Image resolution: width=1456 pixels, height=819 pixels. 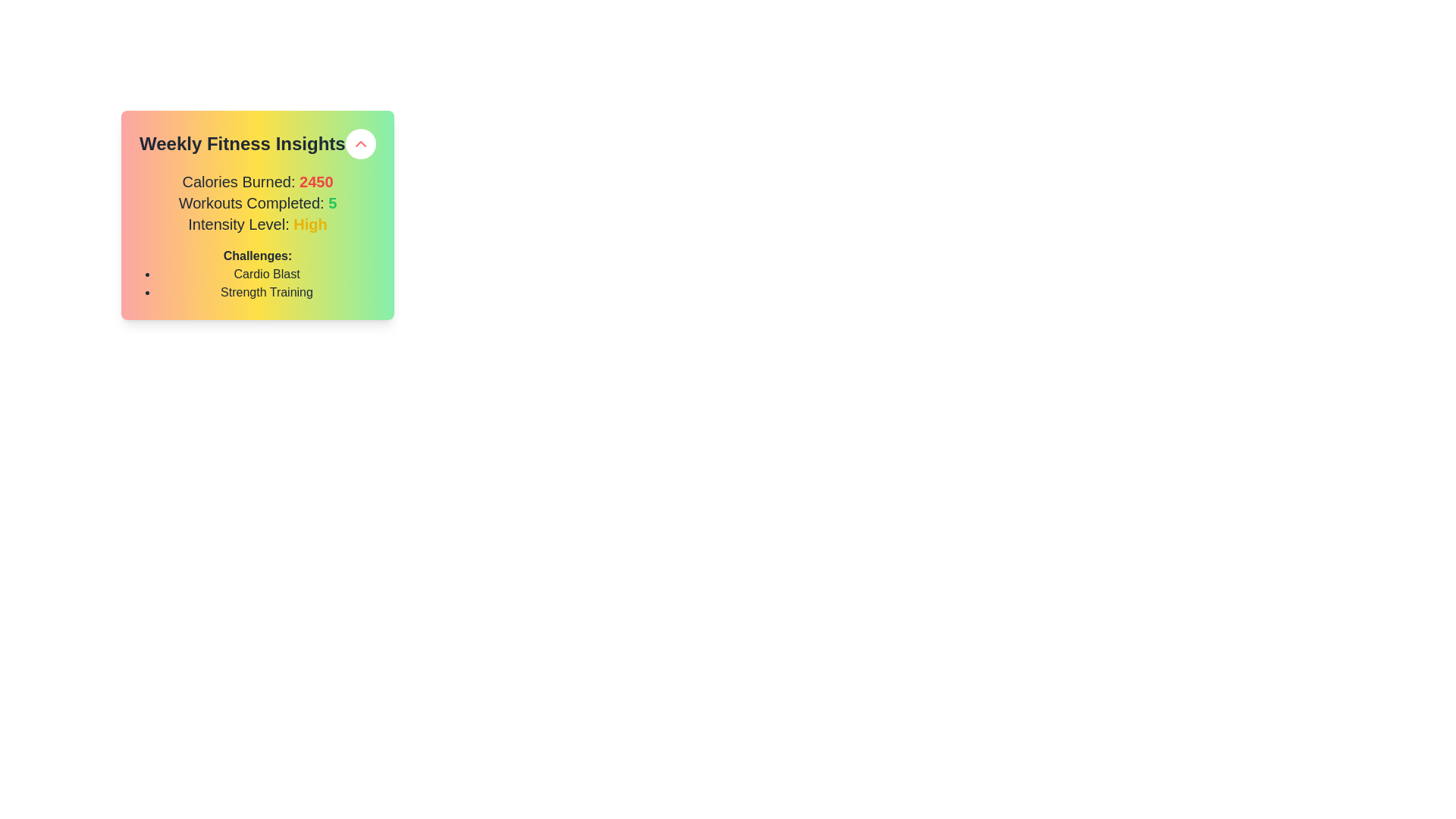 I want to click on the bolded text heading element labeled 'Challenges:' which is prominently displayed in black font against a gradient background, located centrally below the textual statistics and directly above a bulleted list, so click(x=258, y=256).